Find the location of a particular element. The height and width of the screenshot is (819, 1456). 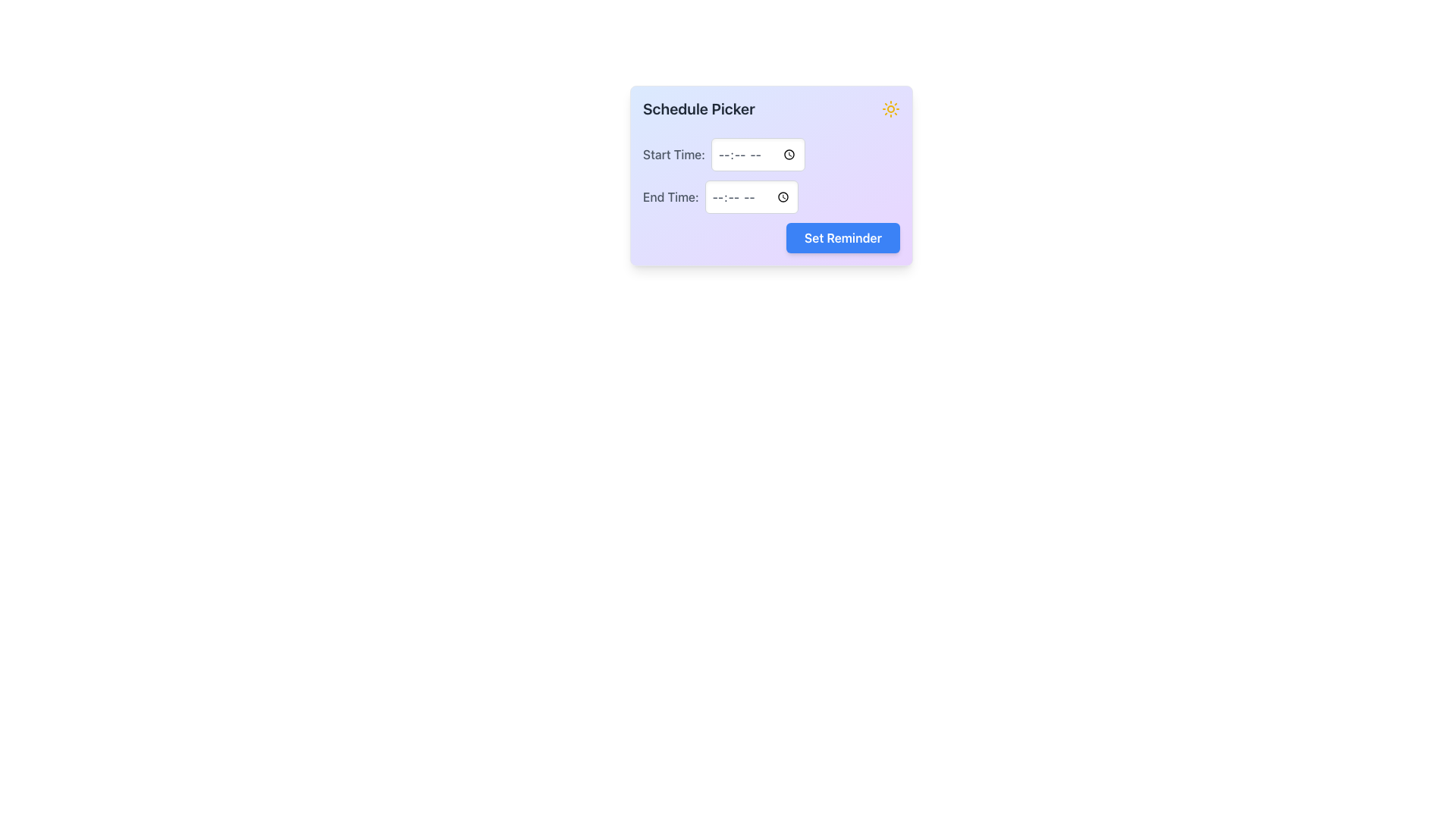

the sun-shaped yellow icon located on the right-hand side of the header section of the 'Schedule Picker' panel is located at coordinates (891, 108).